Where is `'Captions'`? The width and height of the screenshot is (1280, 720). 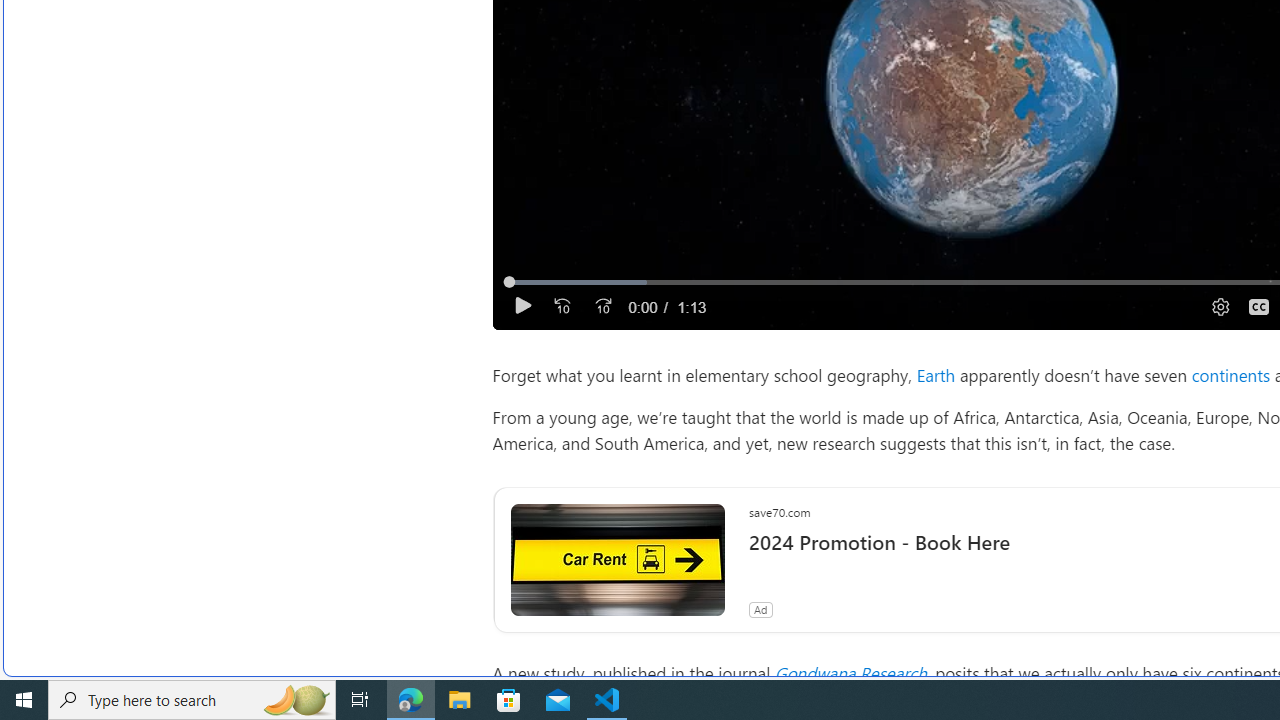 'Captions' is located at coordinates (1257, 306).